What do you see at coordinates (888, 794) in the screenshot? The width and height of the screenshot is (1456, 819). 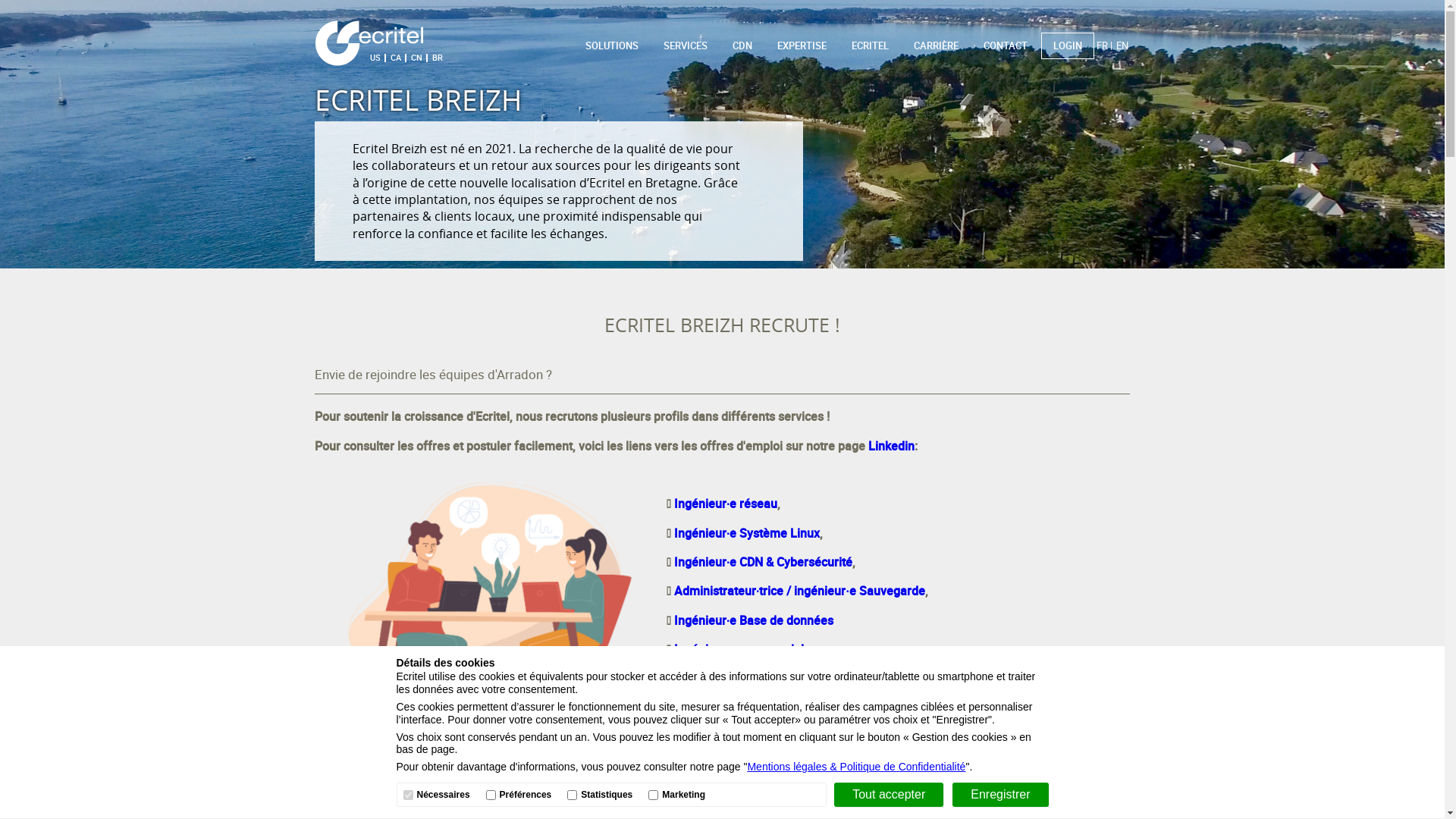 I see `'Tout accepter'` at bounding box center [888, 794].